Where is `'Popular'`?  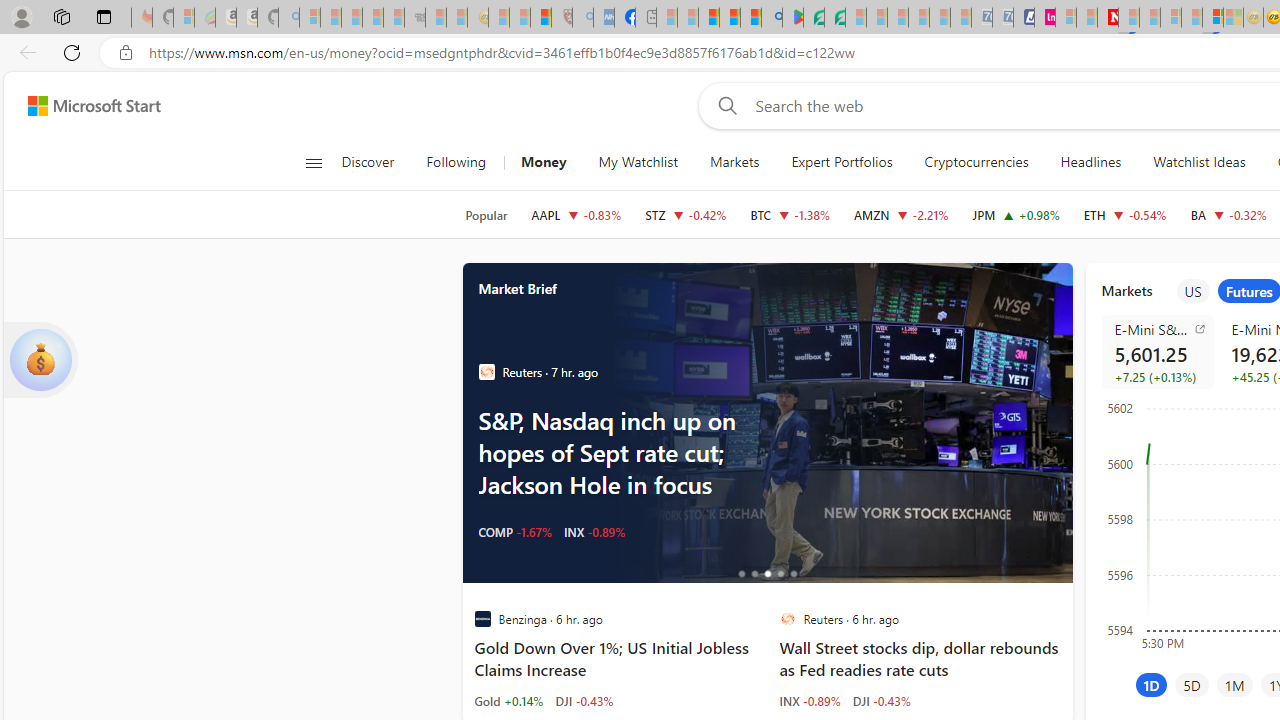
'Popular' is located at coordinates (486, 215).